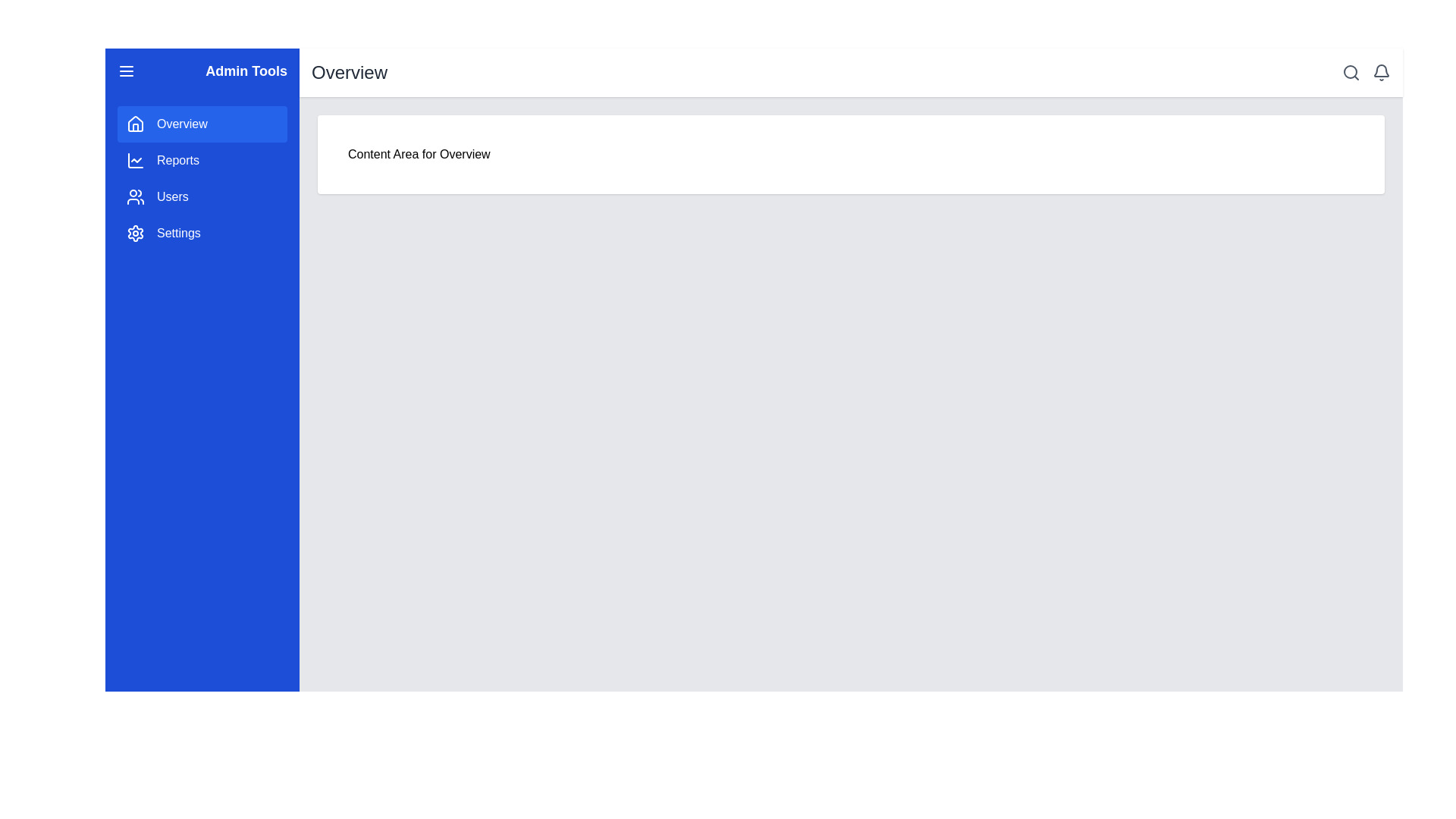 Image resolution: width=1456 pixels, height=819 pixels. What do you see at coordinates (135, 122) in the screenshot?
I see `the SVG icon representing the Overview section in the sidebar menu` at bounding box center [135, 122].